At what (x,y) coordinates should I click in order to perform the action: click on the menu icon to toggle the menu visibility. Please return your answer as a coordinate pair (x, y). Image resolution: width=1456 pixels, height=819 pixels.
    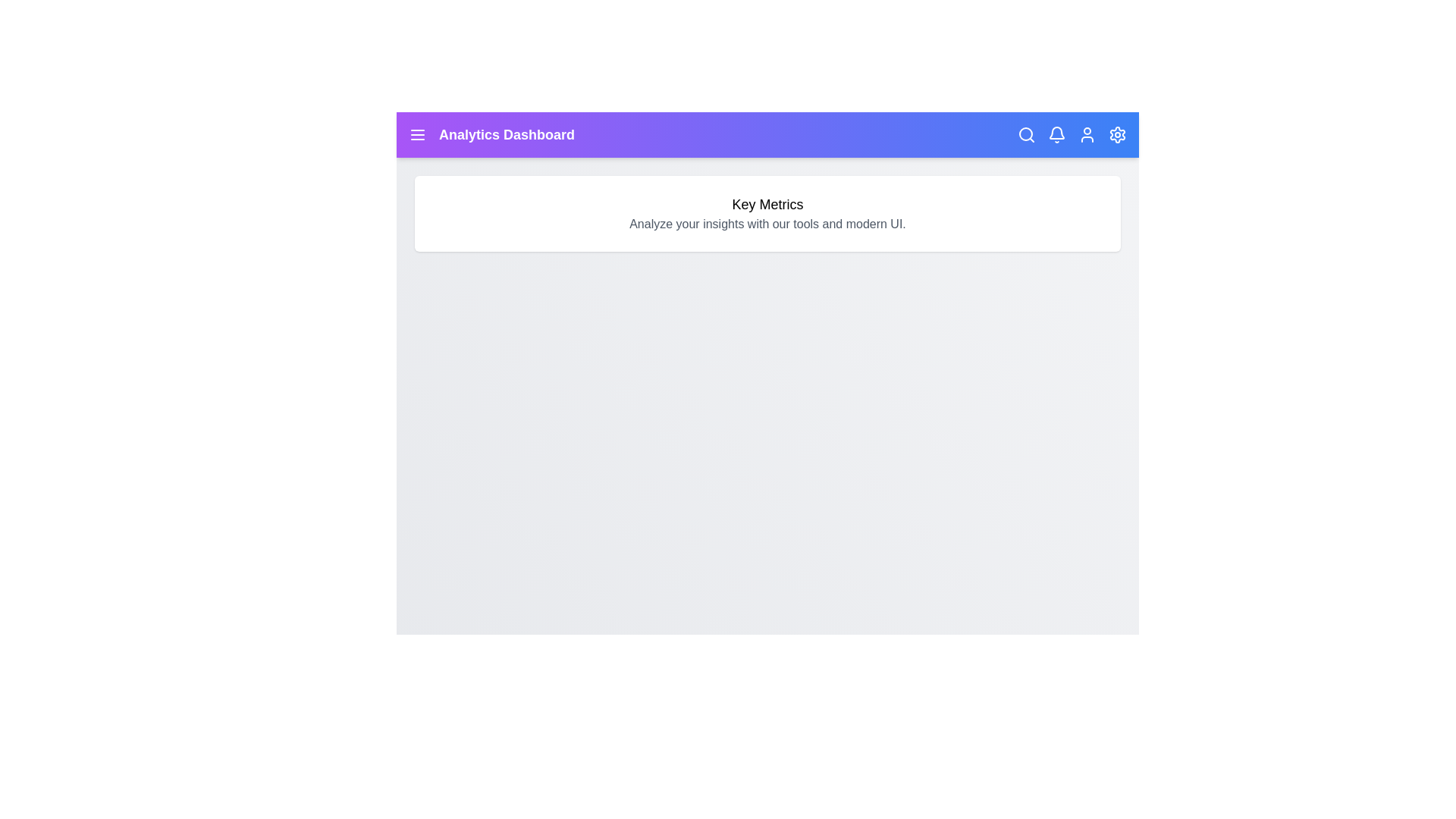
    Looking at the image, I should click on (418, 133).